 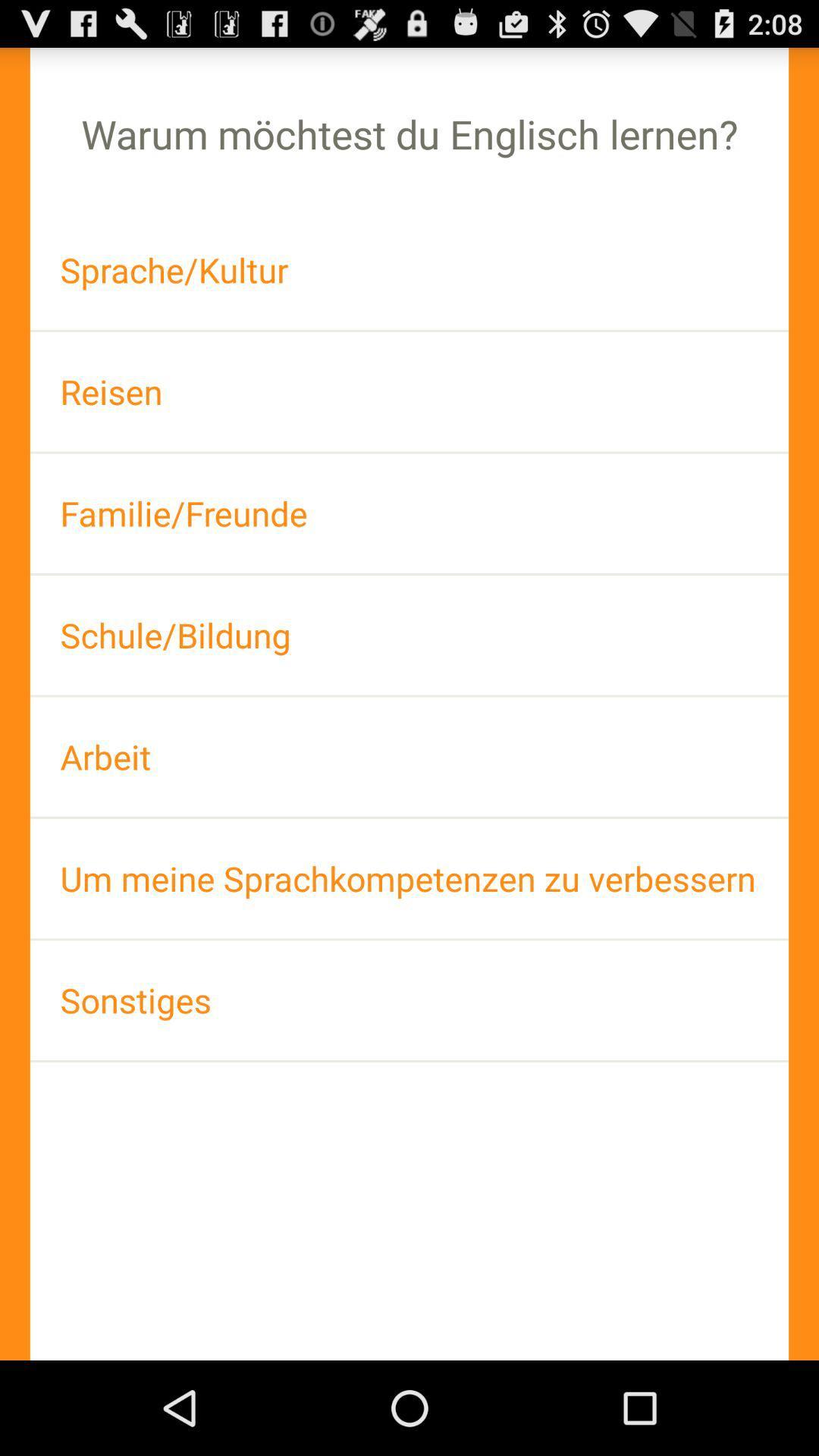 I want to click on icon below the arbeit icon, so click(x=409, y=878).